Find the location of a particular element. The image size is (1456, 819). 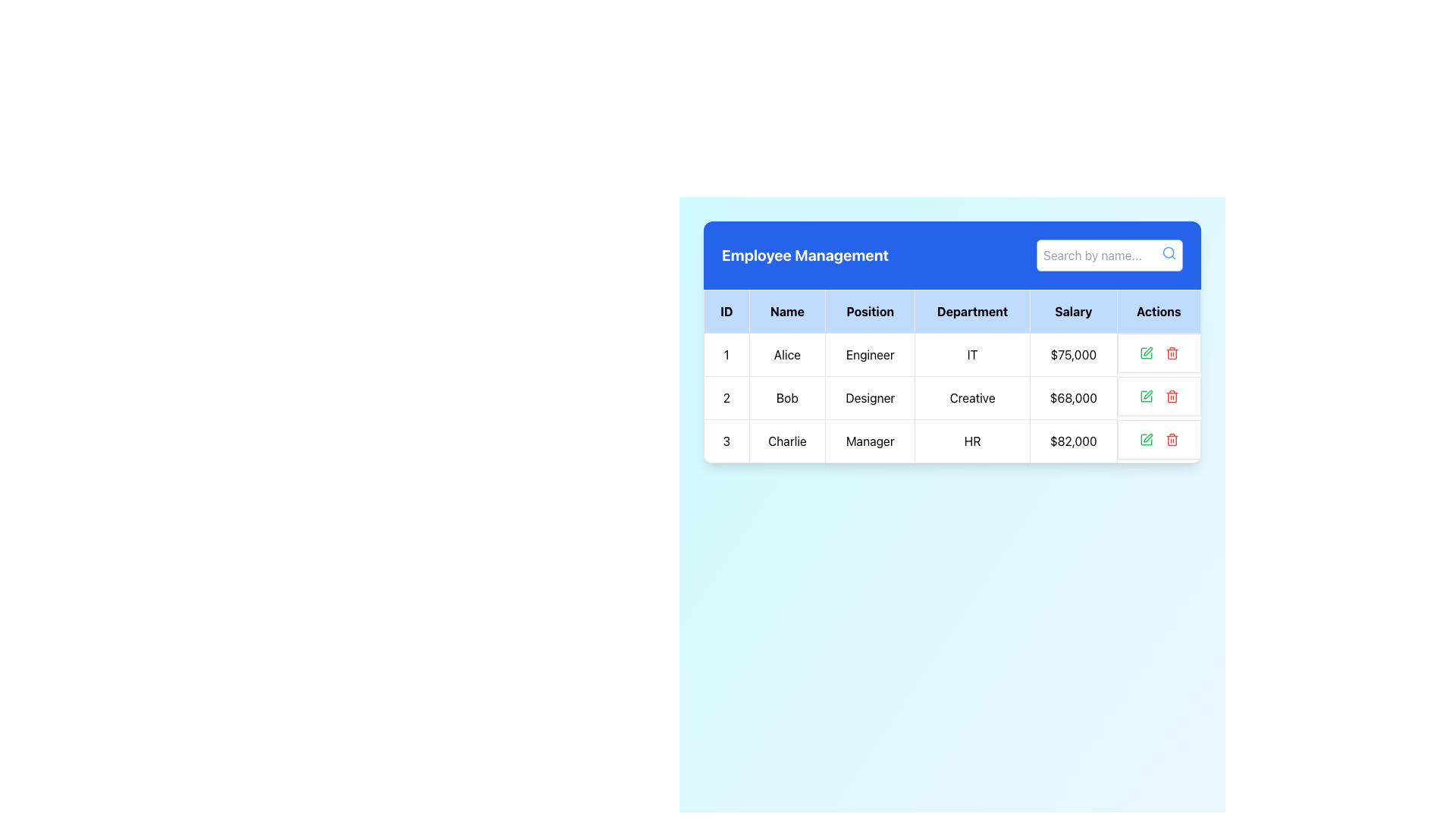

the edit button in the 'Actions' column of the first row for the employee entry 'Alice, Engineer, IT, $75,000' is located at coordinates (1146, 353).